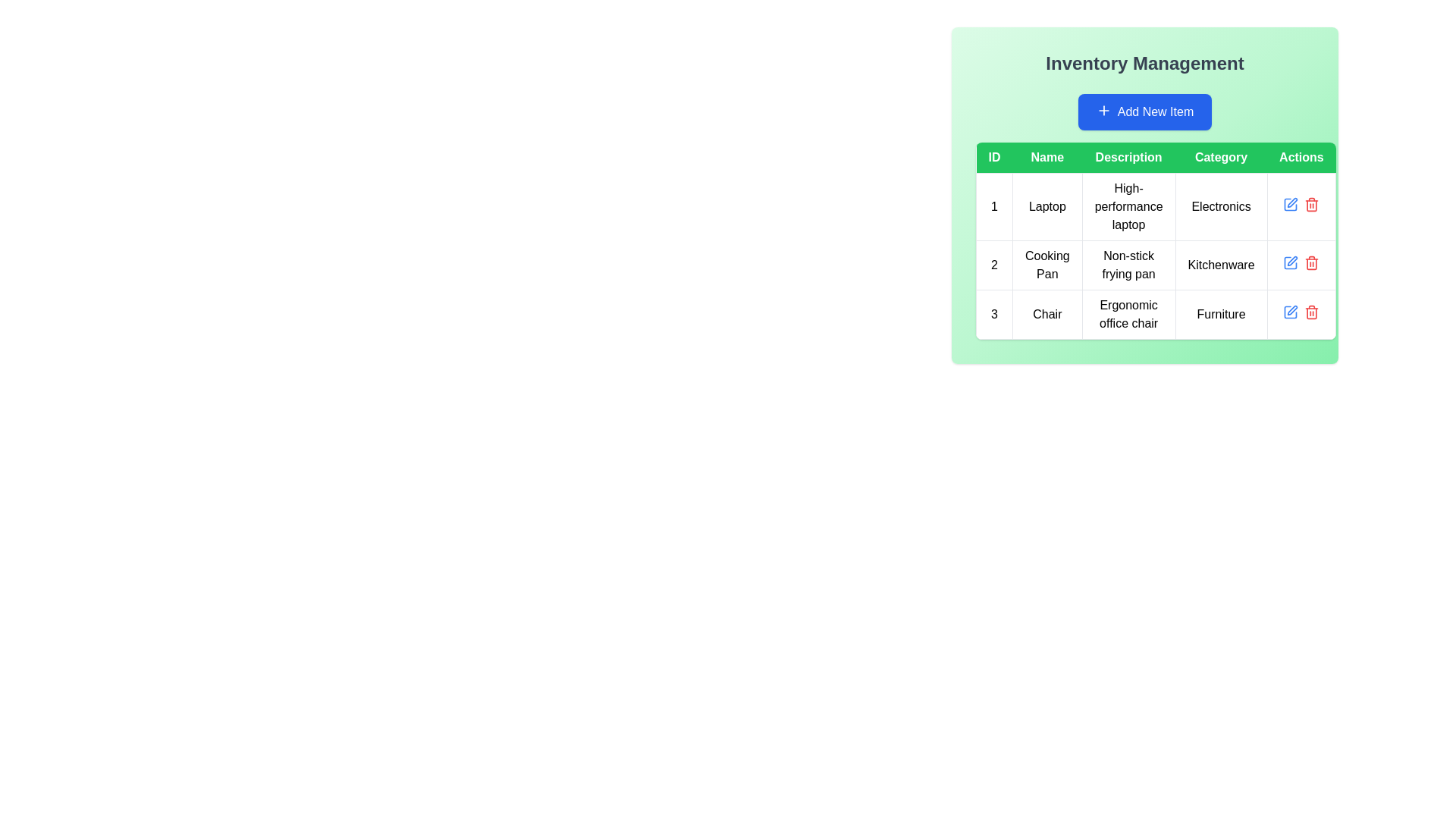 This screenshot has width=1456, height=819. What do you see at coordinates (1145, 195) in the screenshot?
I see `the text display cell showing 'High-performance laptop' in the Inventory Management interface, located in the second column under the 'Description' header` at bounding box center [1145, 195].